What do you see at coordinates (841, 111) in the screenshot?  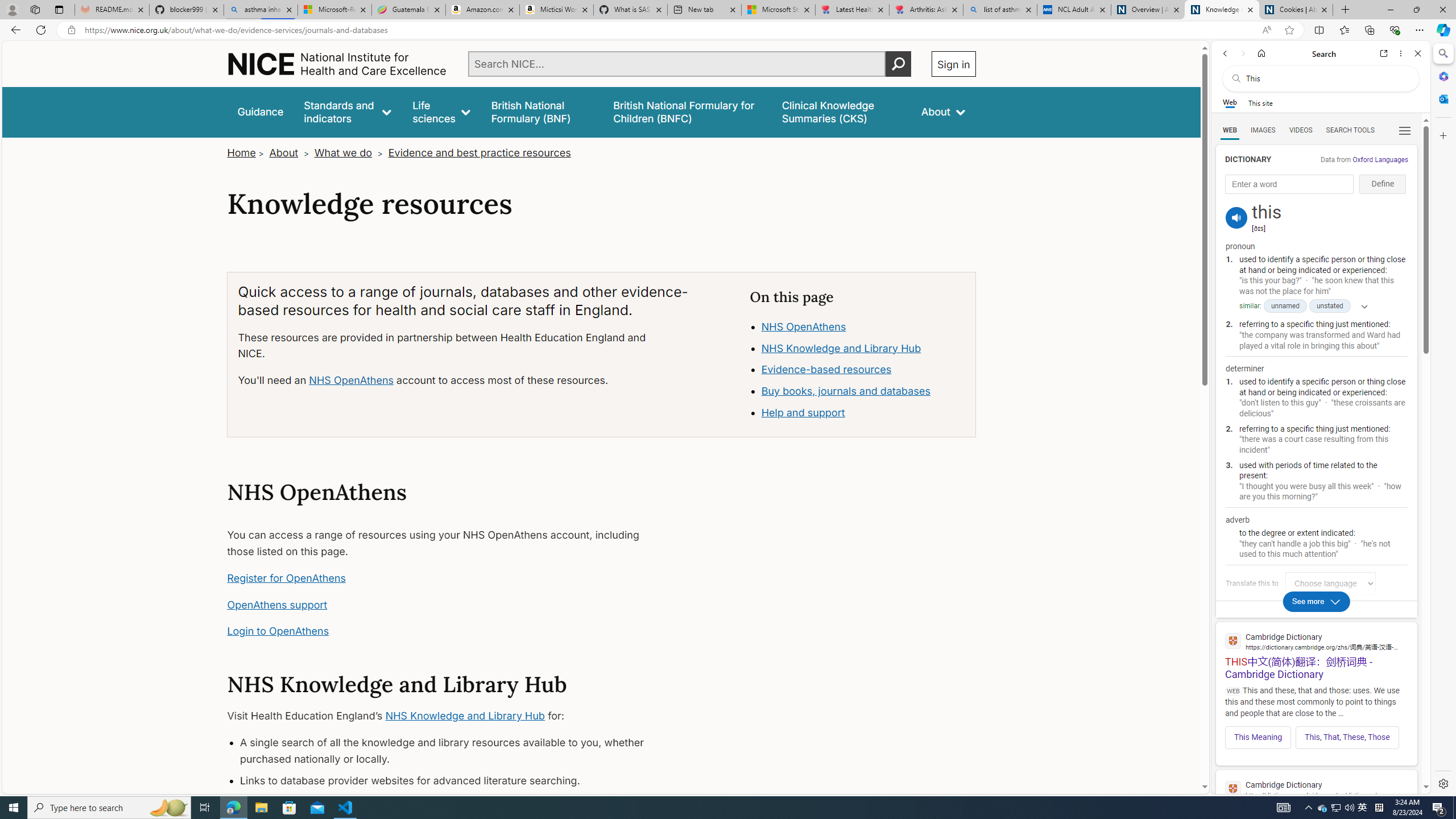 I see `'false'` at bounding box center [841, 111].